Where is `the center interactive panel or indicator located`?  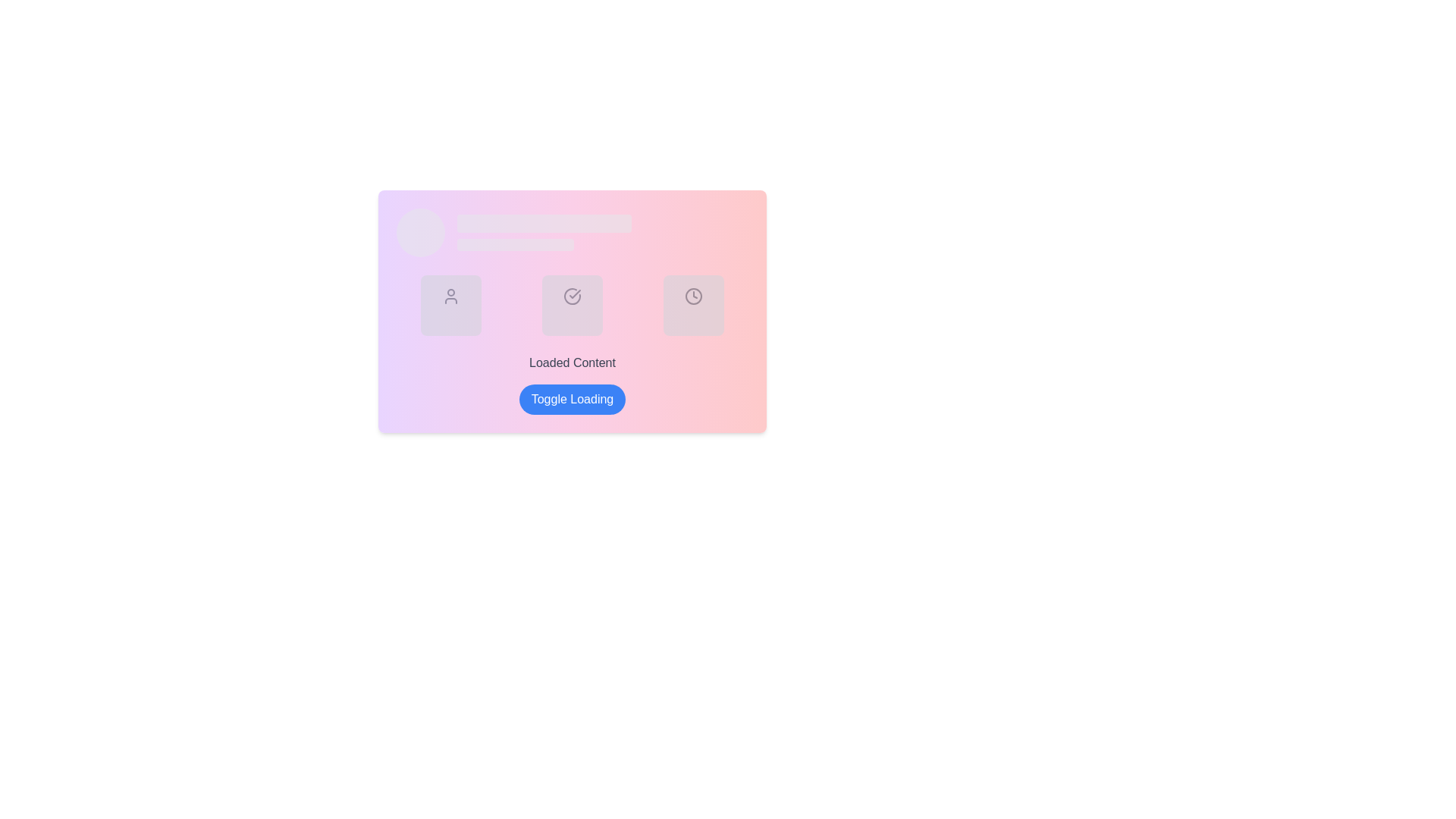 the center interactive panel or indicator located is located at coordinates (571, 305).